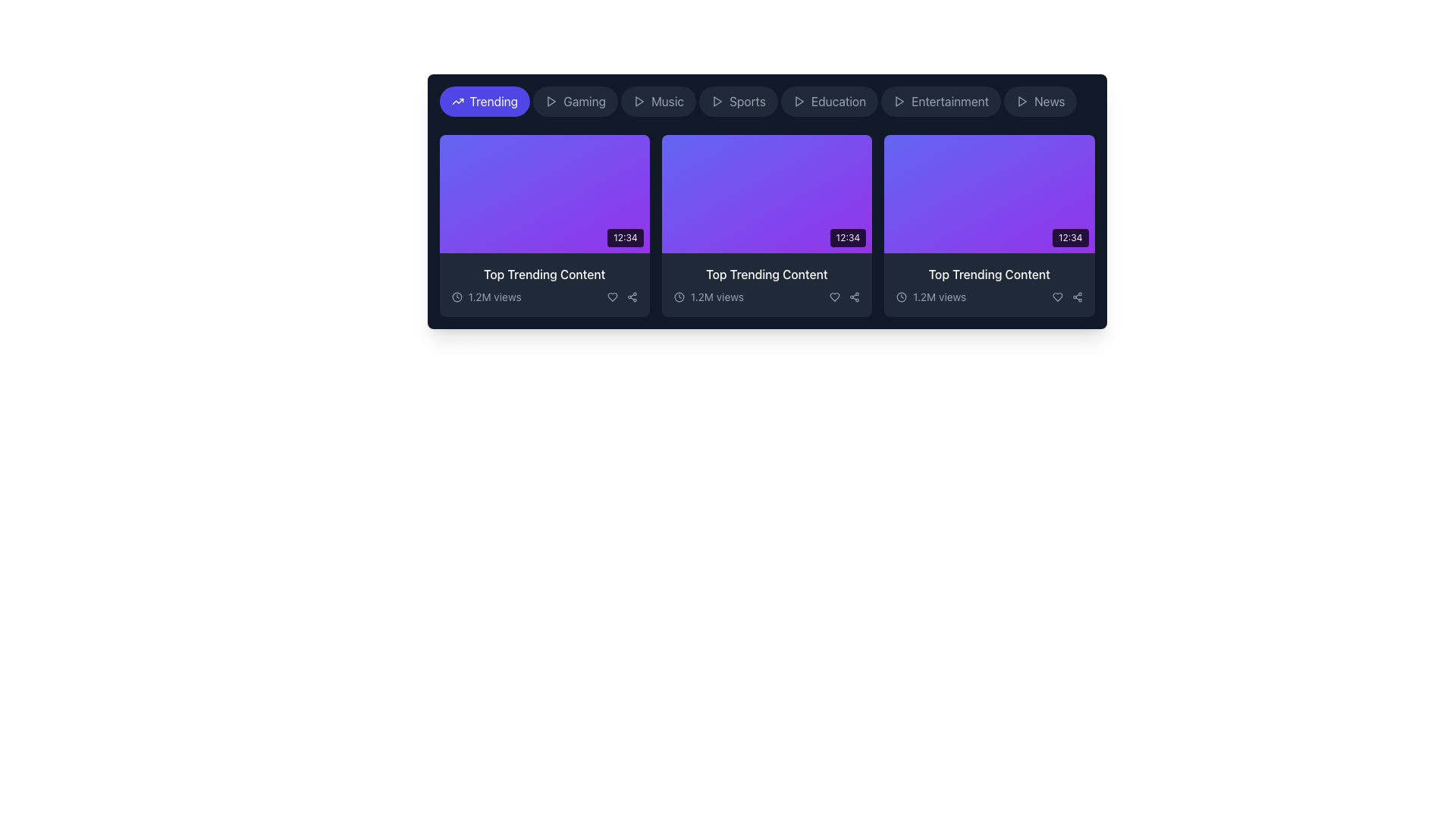 The image size is (1456, 819). Describe the element at coordinates (739, 102) in the screenshot. I see `the oval-shaped 'Sports' button with a play icon` at that location.